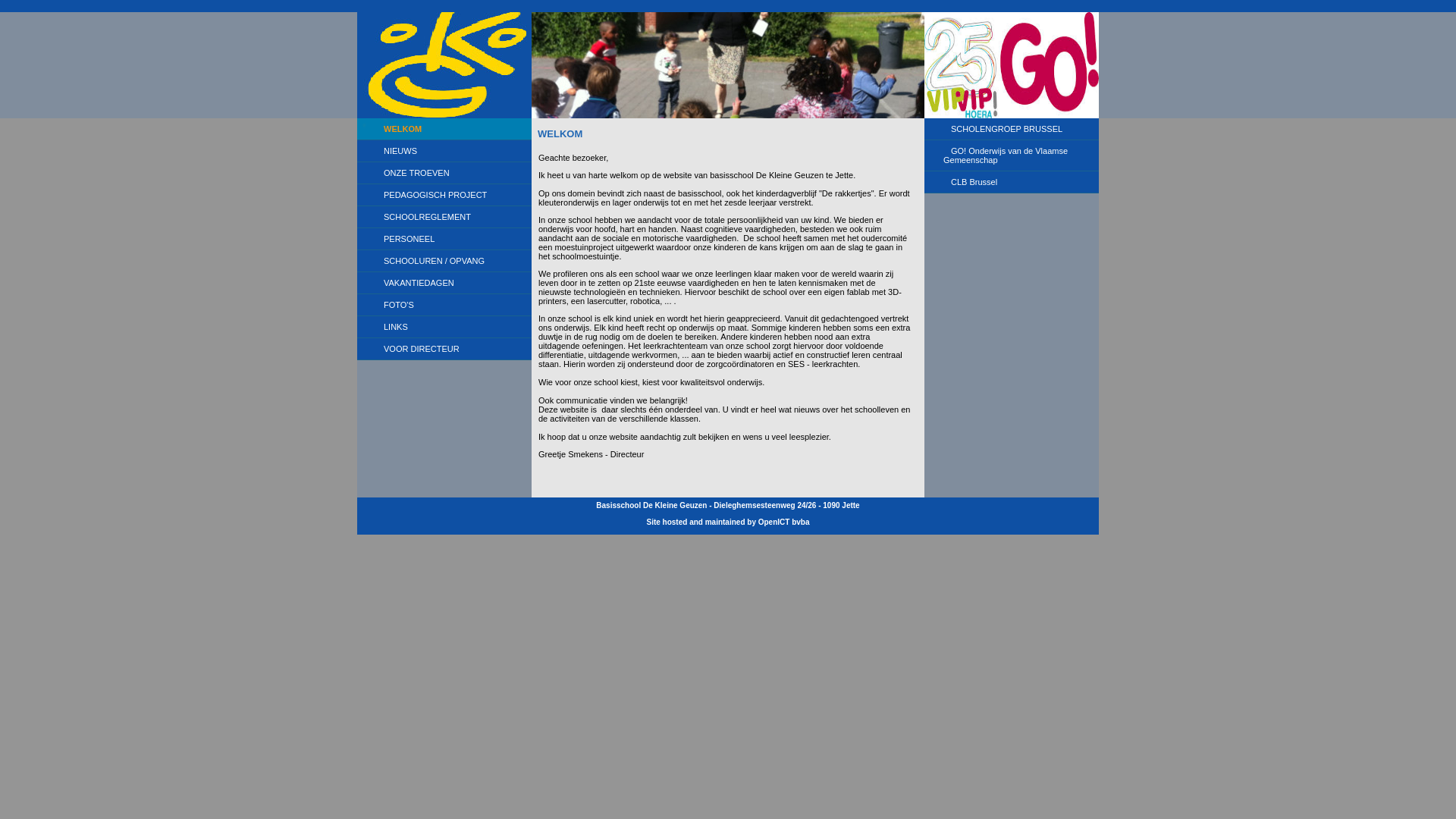  Describe the element at coordinates (443, 260) in the screenshot. I see `'SCHOOLUREN / OPVANG'` at that location.